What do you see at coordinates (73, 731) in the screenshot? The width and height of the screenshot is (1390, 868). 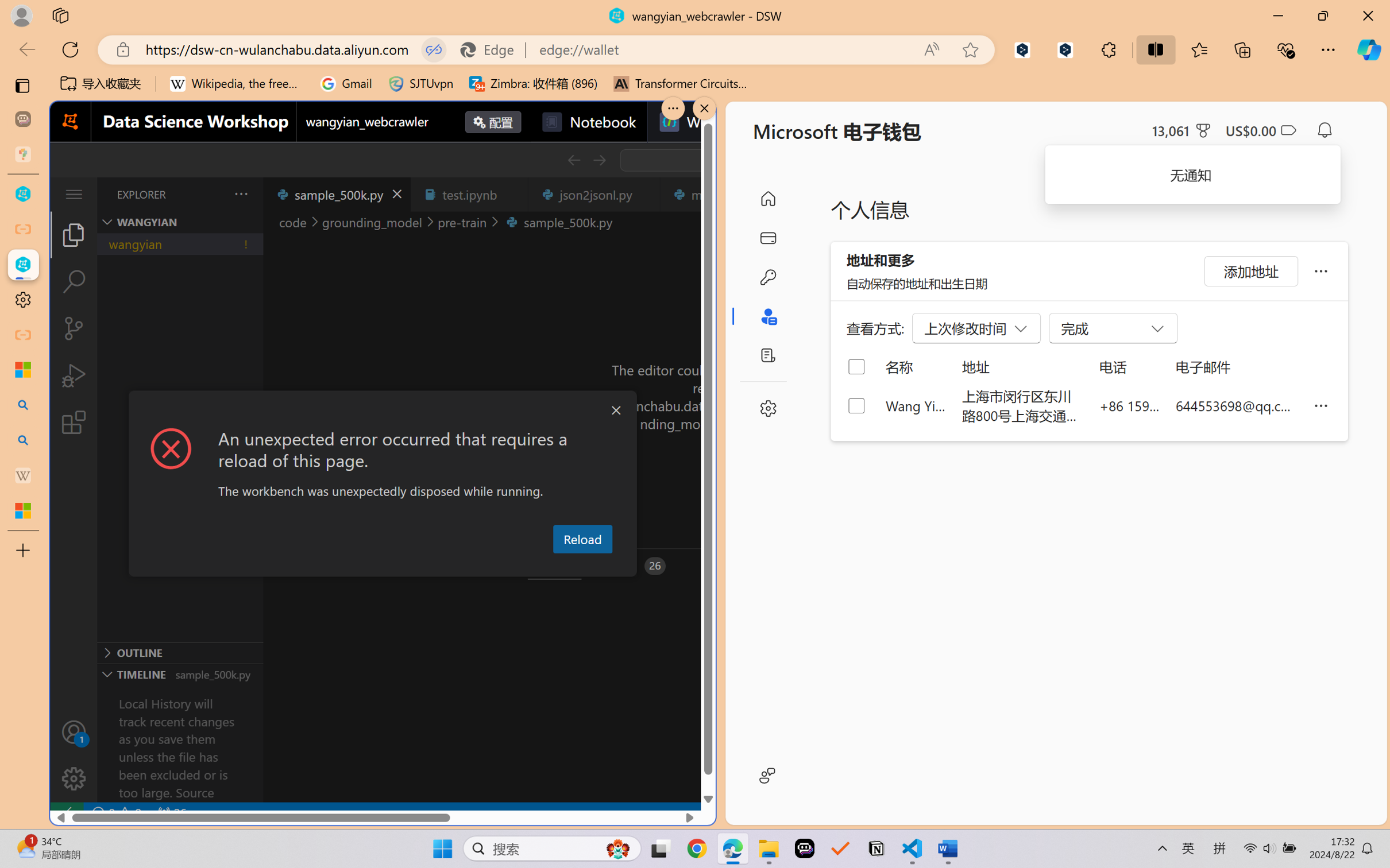 I see `'Accounts - Sign in requested'` at bounding box center [73, 731].